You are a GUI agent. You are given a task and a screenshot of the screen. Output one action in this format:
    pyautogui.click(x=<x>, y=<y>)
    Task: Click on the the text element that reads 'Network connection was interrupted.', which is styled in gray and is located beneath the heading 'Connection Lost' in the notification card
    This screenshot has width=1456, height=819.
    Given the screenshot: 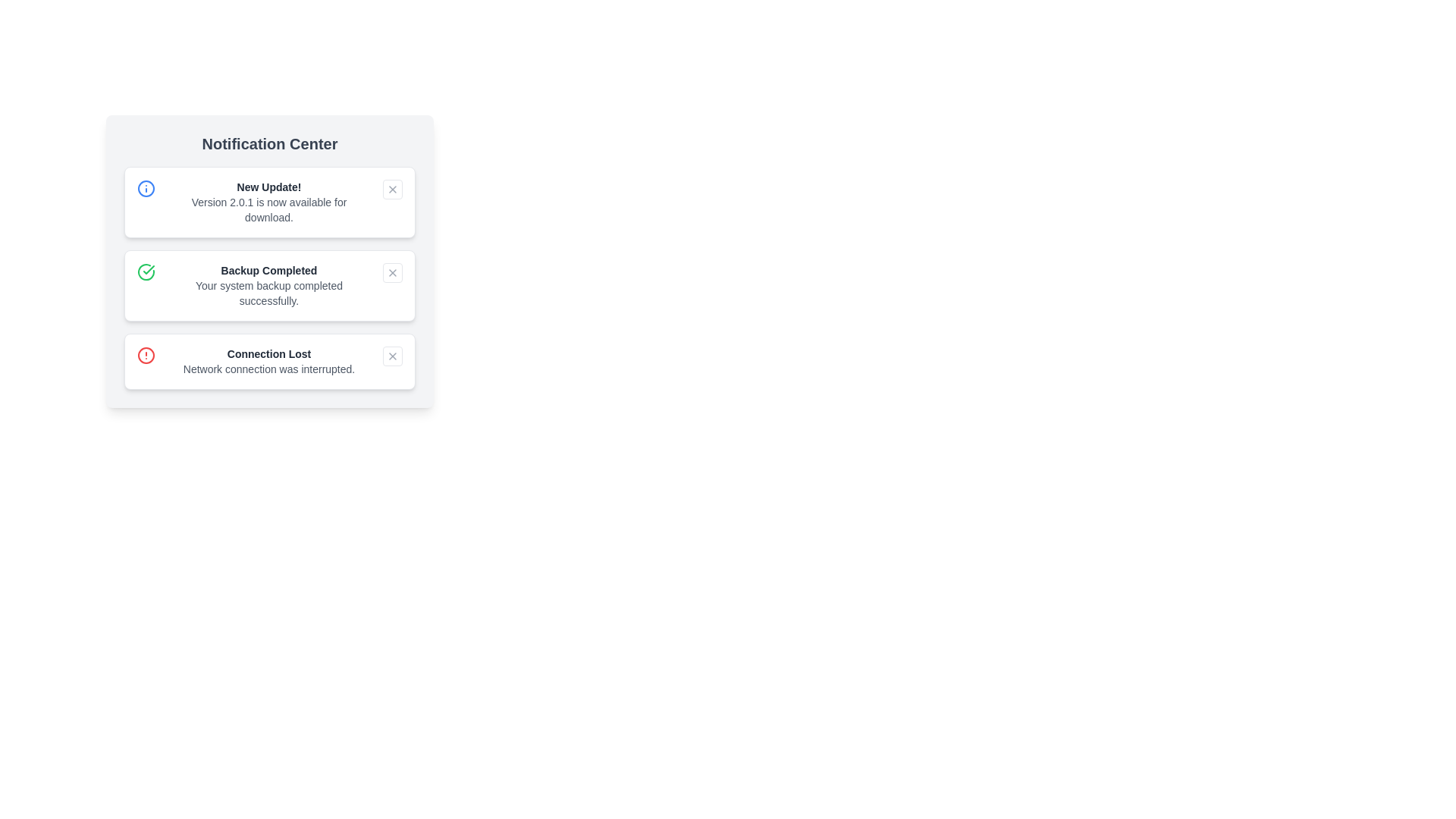 What is the action you would take?
    pyautogui.click(x=269, y=369)
    